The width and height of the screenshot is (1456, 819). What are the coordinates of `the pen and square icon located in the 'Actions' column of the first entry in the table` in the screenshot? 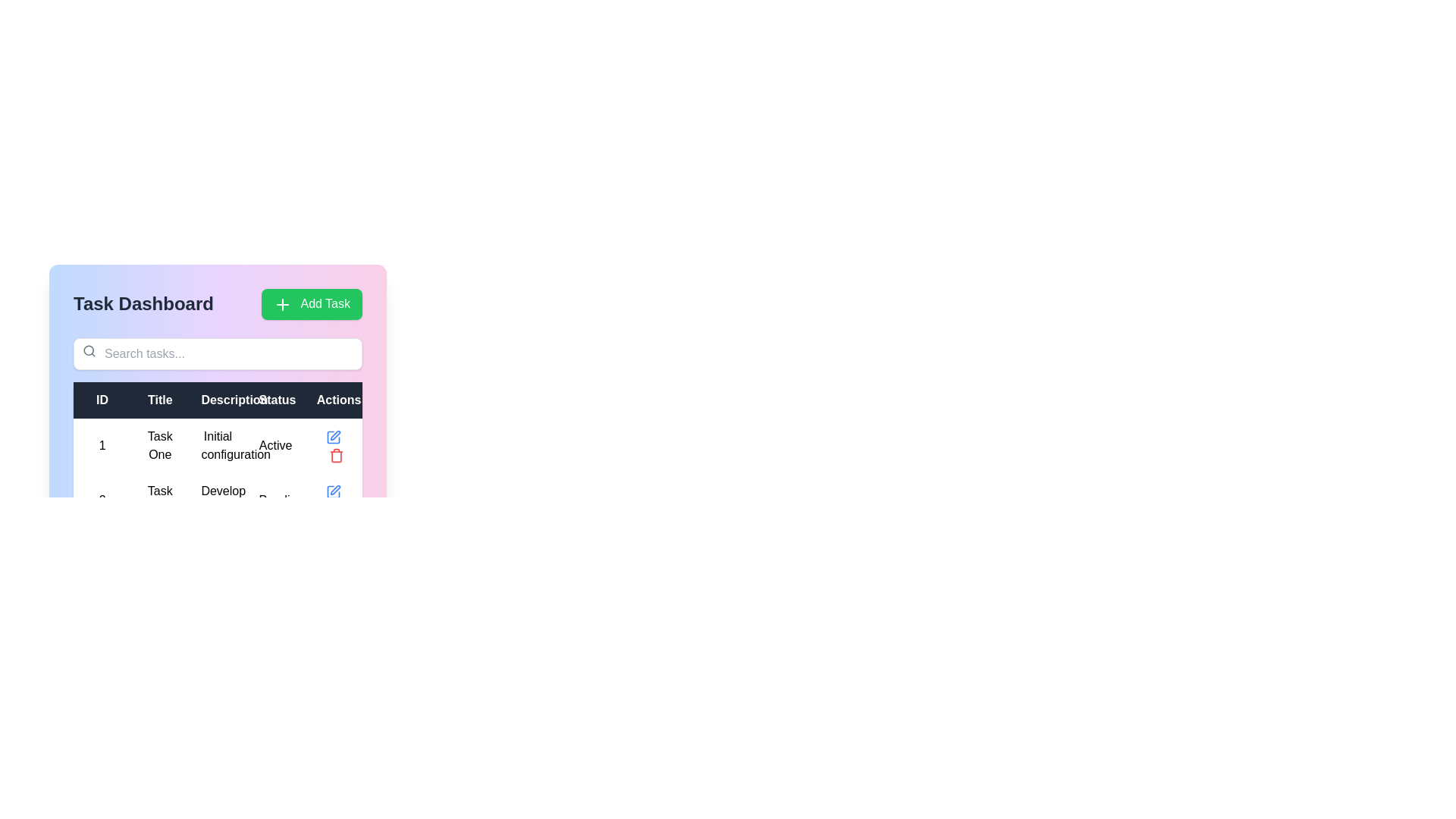 It's located at (334, 490).